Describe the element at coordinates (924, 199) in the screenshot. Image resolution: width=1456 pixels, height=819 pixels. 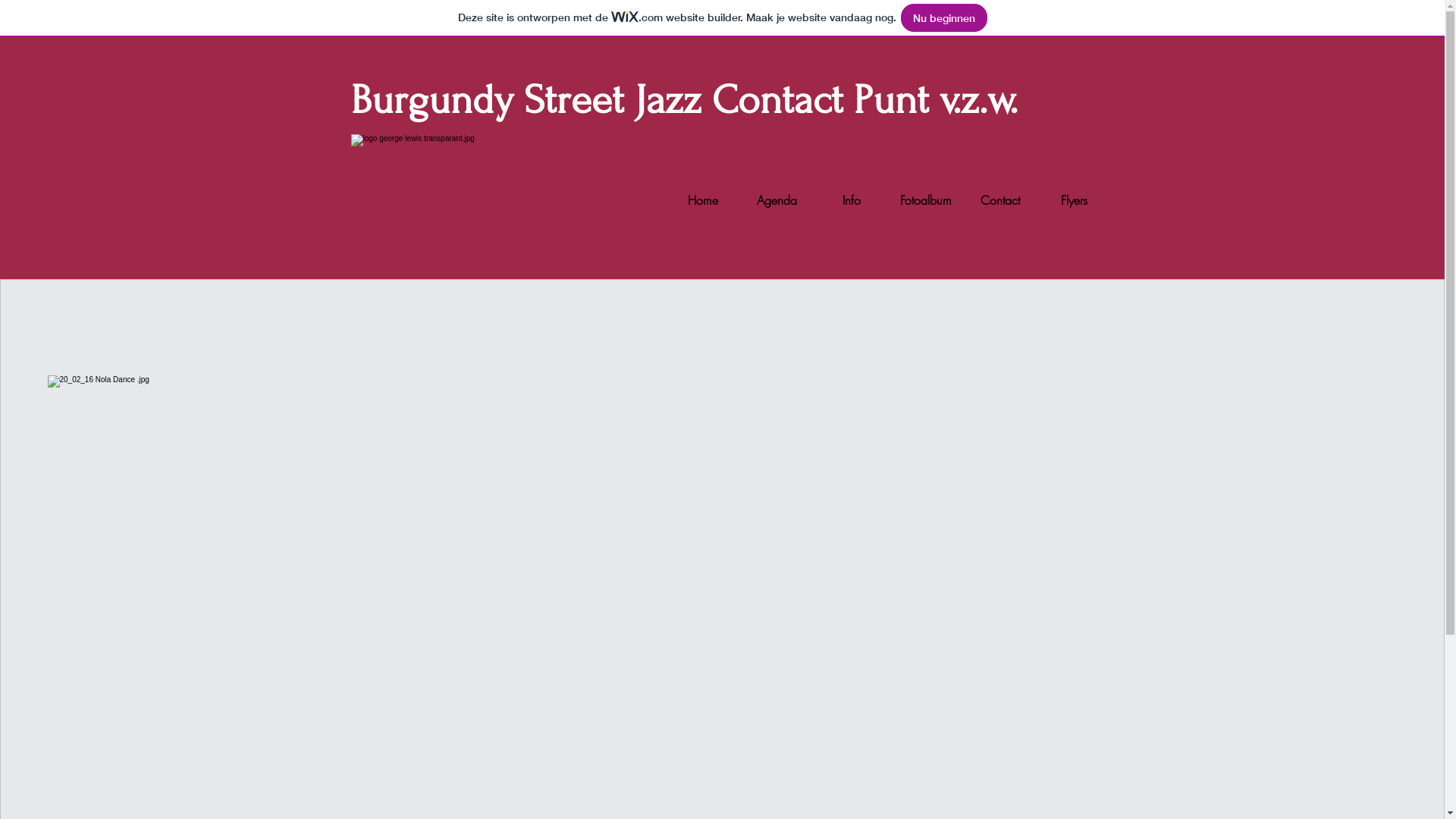
I see `'Fotoalbum'` at that location.